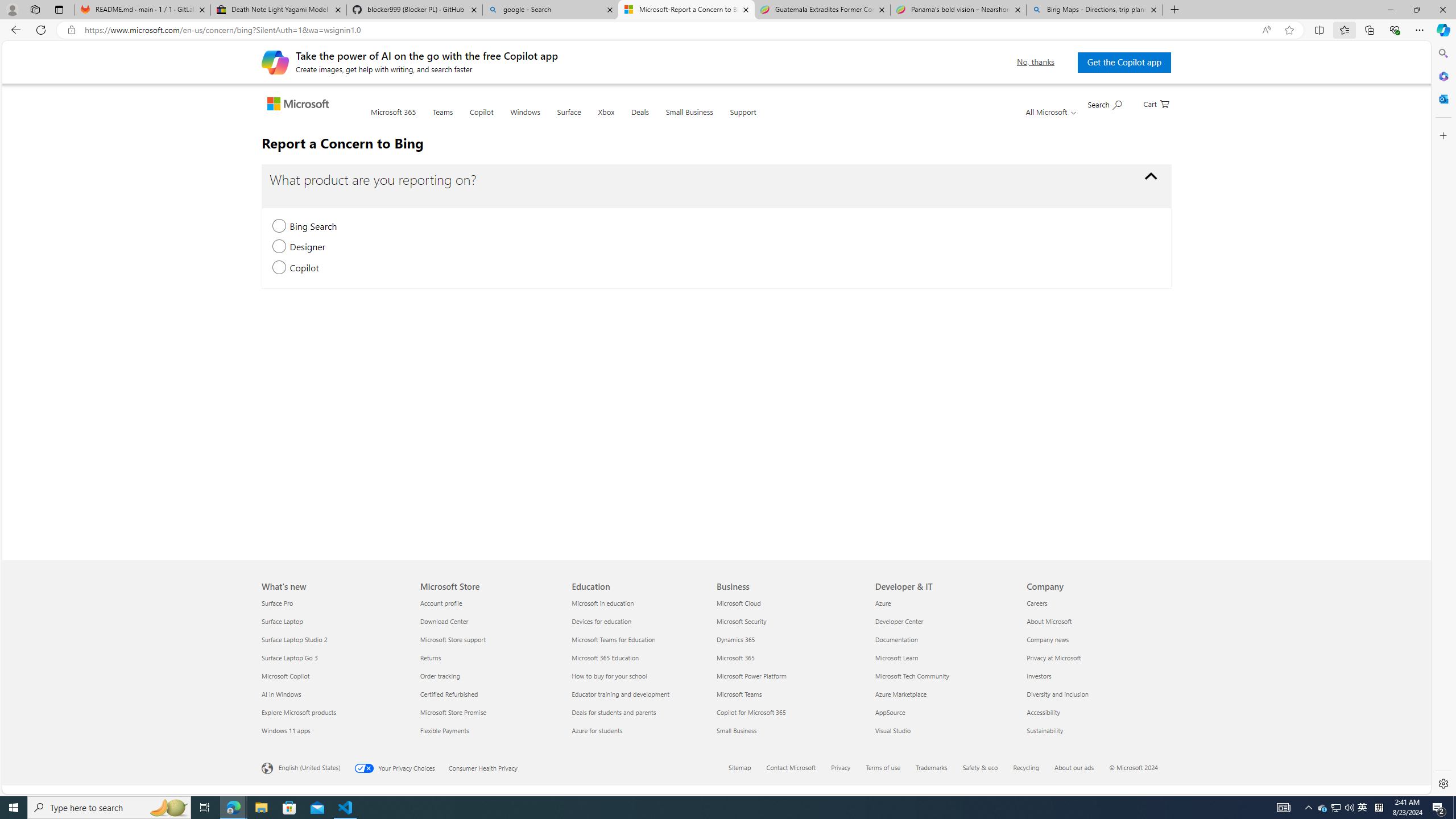 The image size is (1456, 819). What do you see at coordinates (746, 768) in the screenshot?
I see `'Sitemap'` at bounding box center [746, 768].